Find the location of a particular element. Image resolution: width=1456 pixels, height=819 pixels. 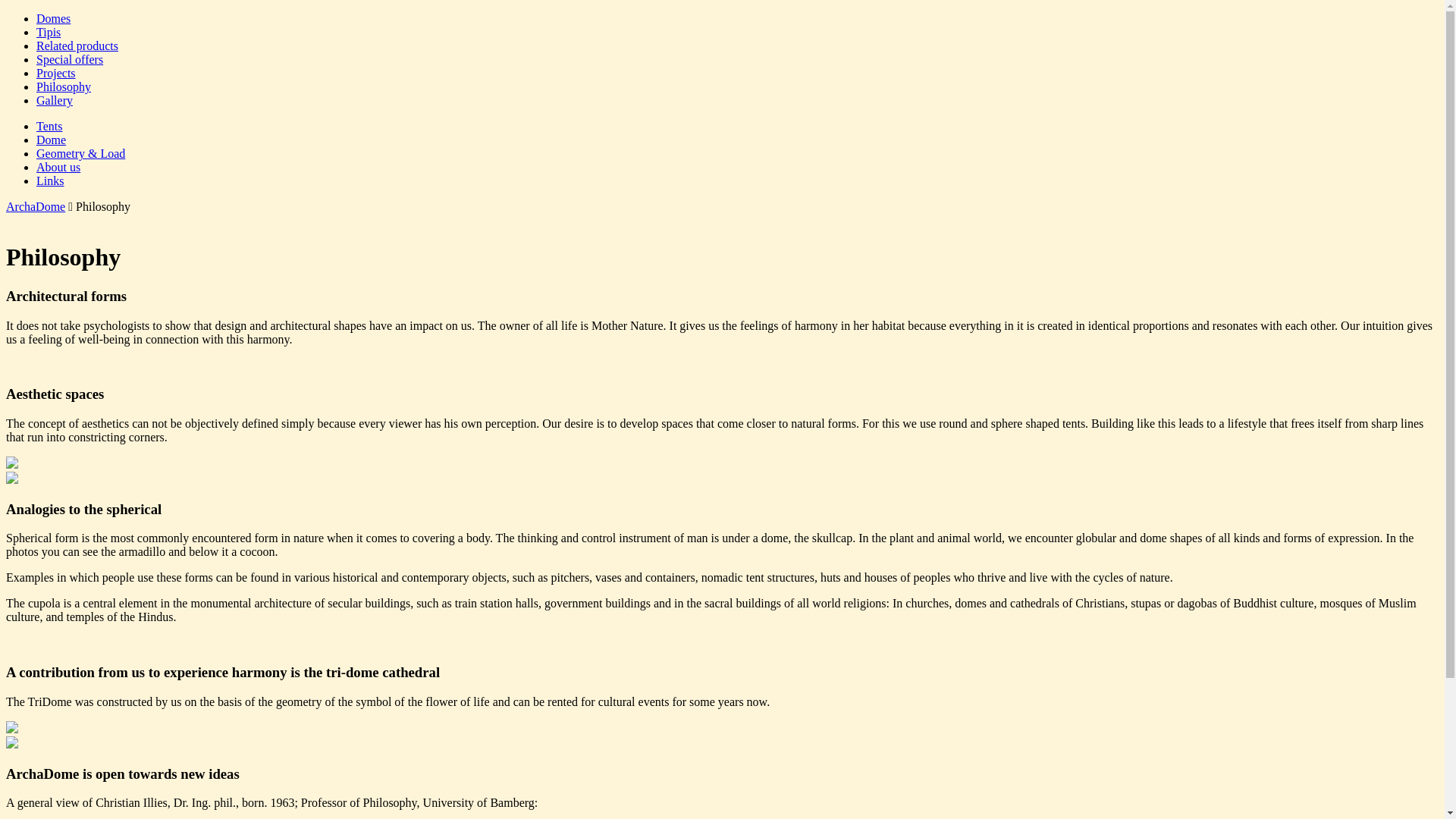

'Related products' is located at coordinates (76, 45).